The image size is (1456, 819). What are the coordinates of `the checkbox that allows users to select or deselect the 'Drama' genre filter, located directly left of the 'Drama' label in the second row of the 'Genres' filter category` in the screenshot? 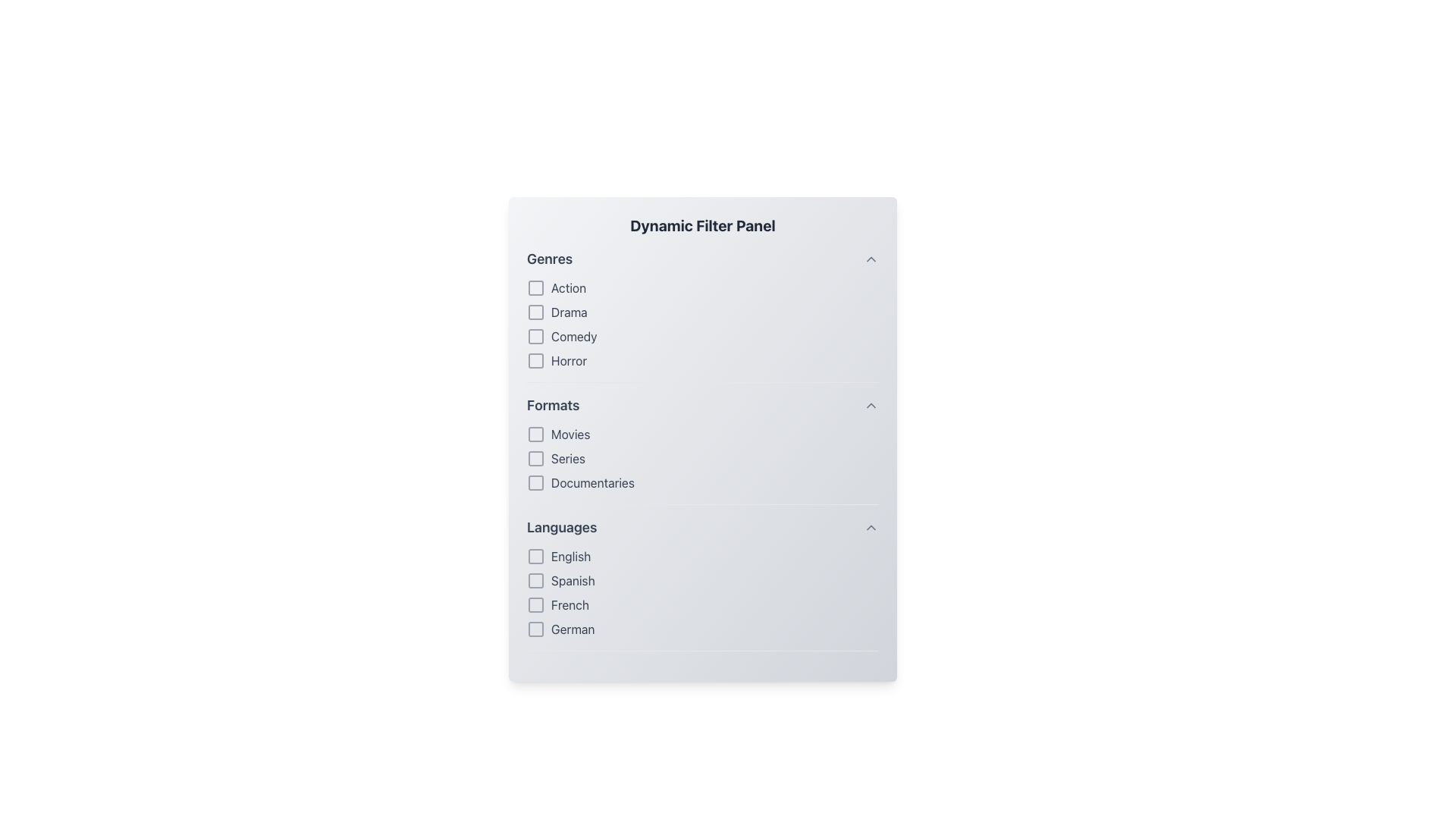 It's located at (535, 312).